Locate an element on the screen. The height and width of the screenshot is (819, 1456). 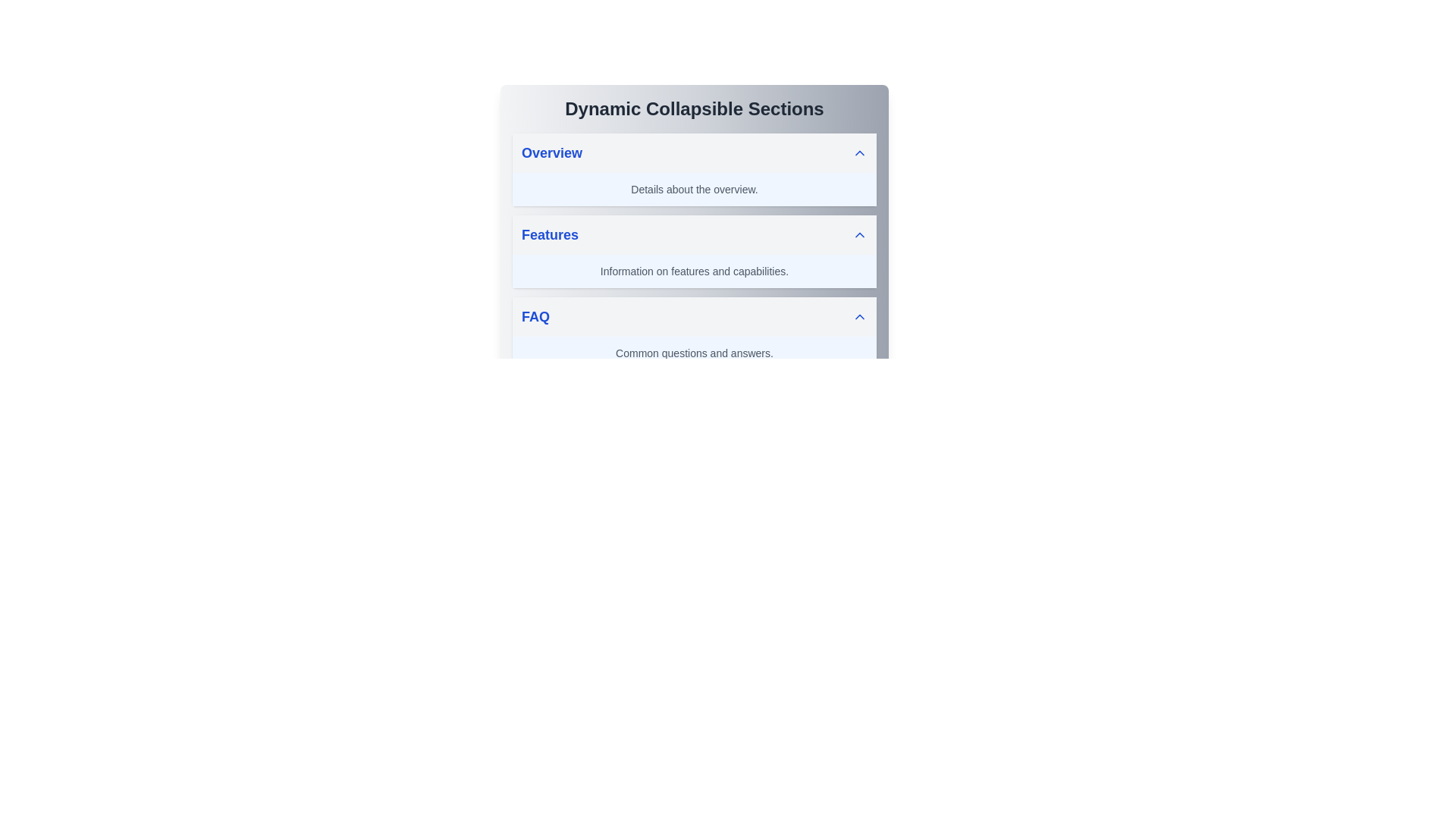
the upward-pointing chevron icon located on the far right of the 'FAQ' section header is located at coordinates (859, 315).